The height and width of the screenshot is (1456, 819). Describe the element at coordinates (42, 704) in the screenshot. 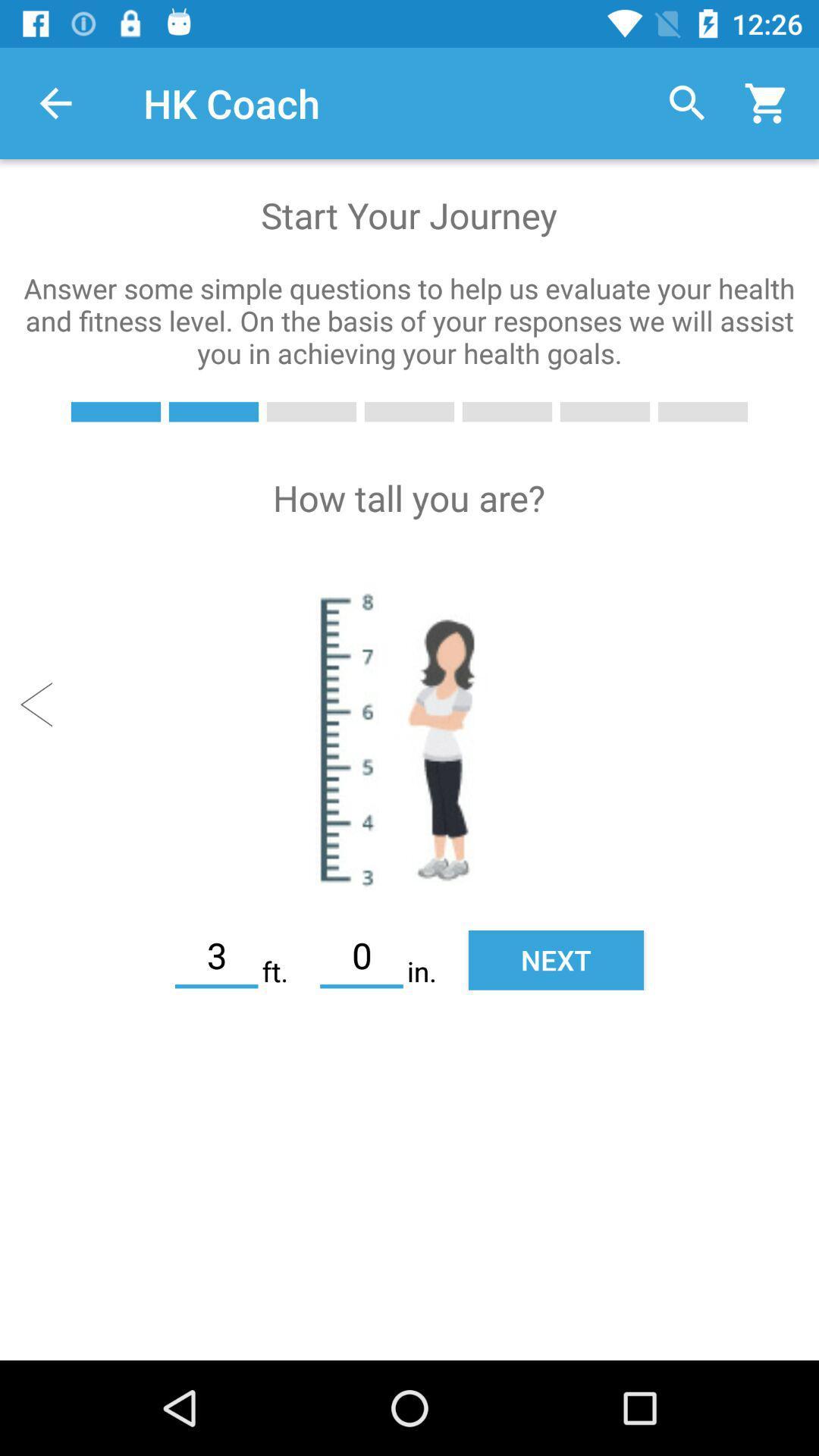

I see `go back` at that location.